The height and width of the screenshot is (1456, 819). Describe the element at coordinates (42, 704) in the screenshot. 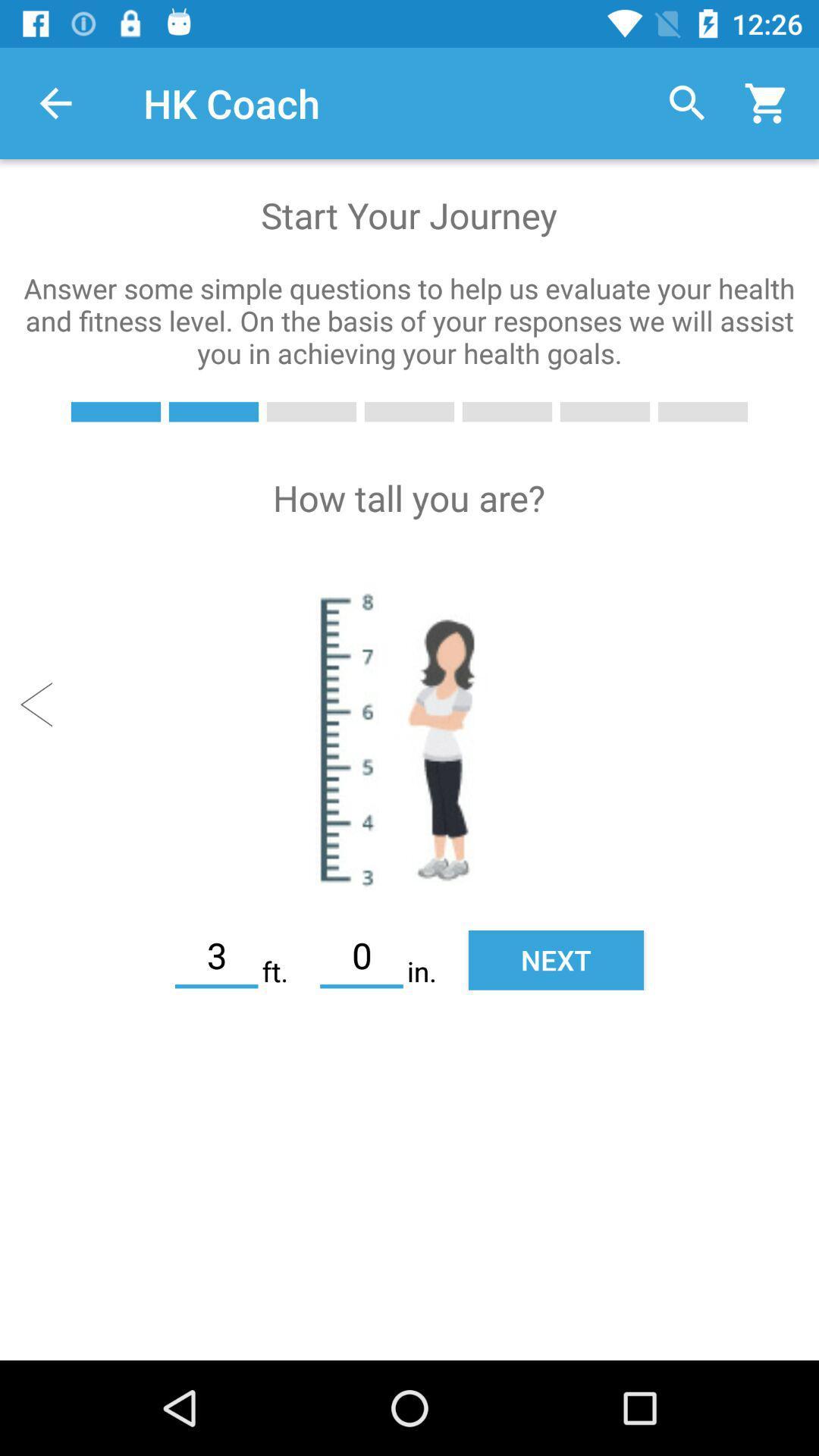

I see `go back` at that location.